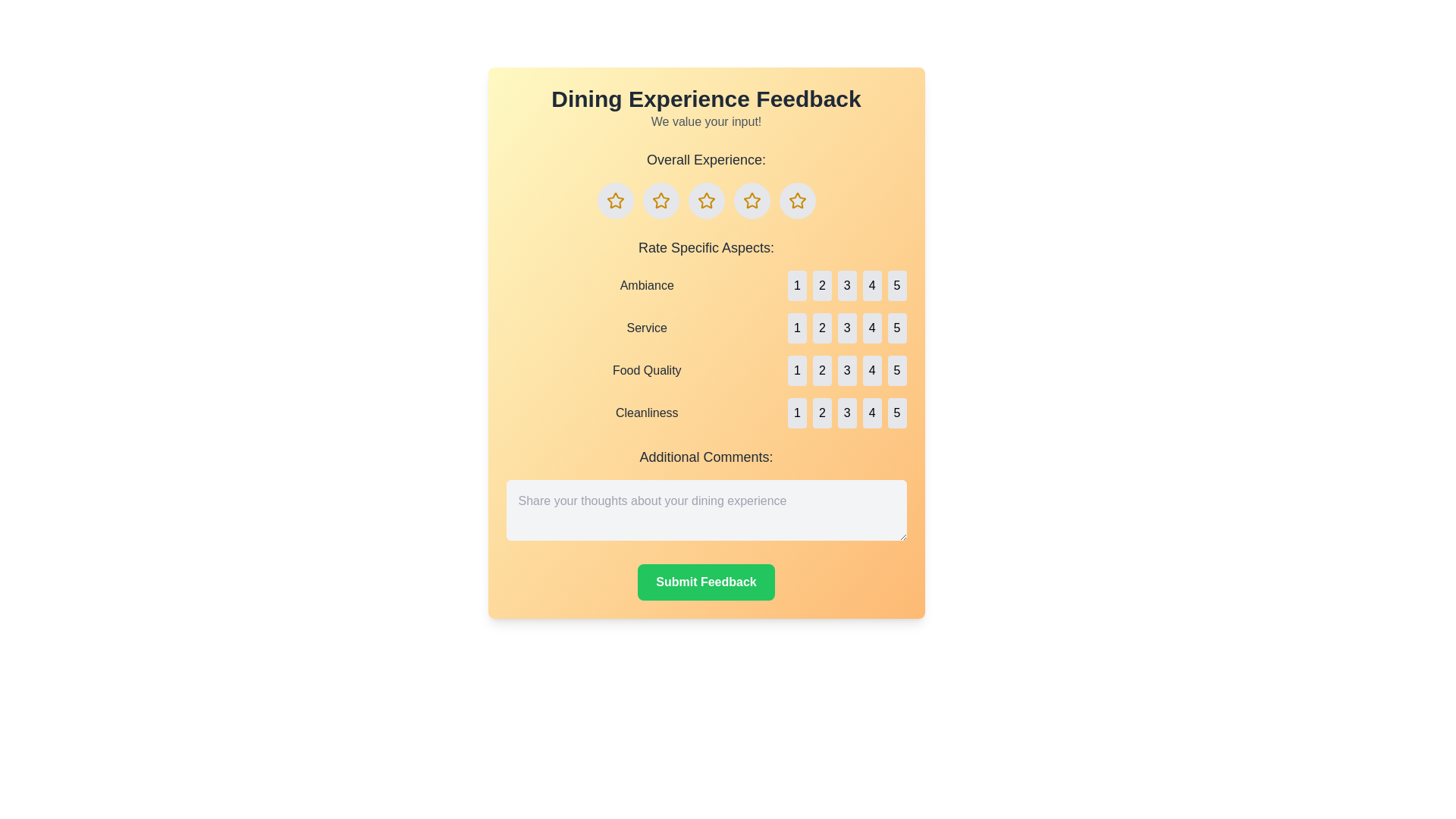 The image size is (1456, 819). I want to click on the light gray text input box with rounded corners, located in the 'Additional Comments' section, to focus and activate the text input, so click(705, 510).